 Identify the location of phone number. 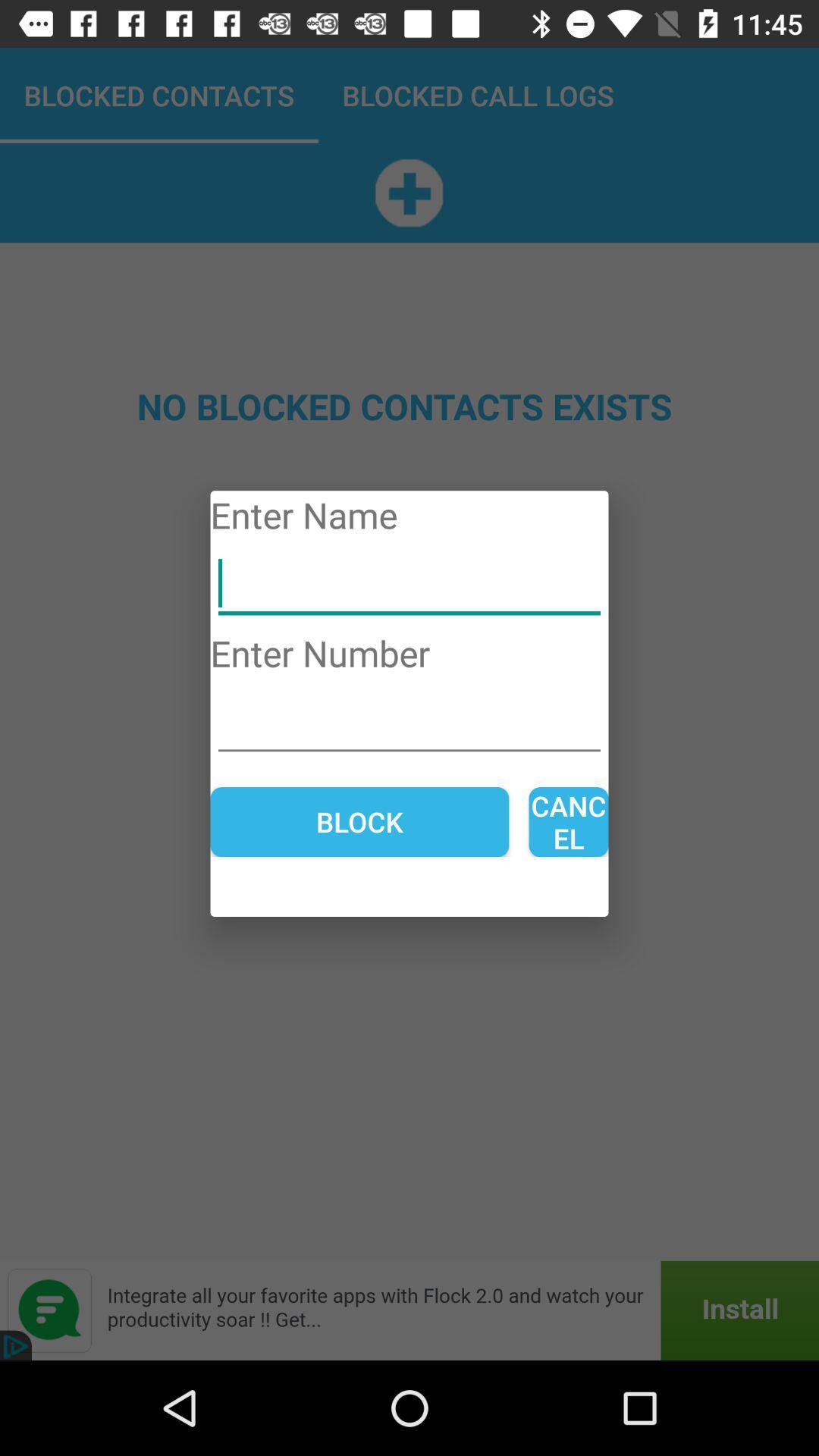
(409, 721).